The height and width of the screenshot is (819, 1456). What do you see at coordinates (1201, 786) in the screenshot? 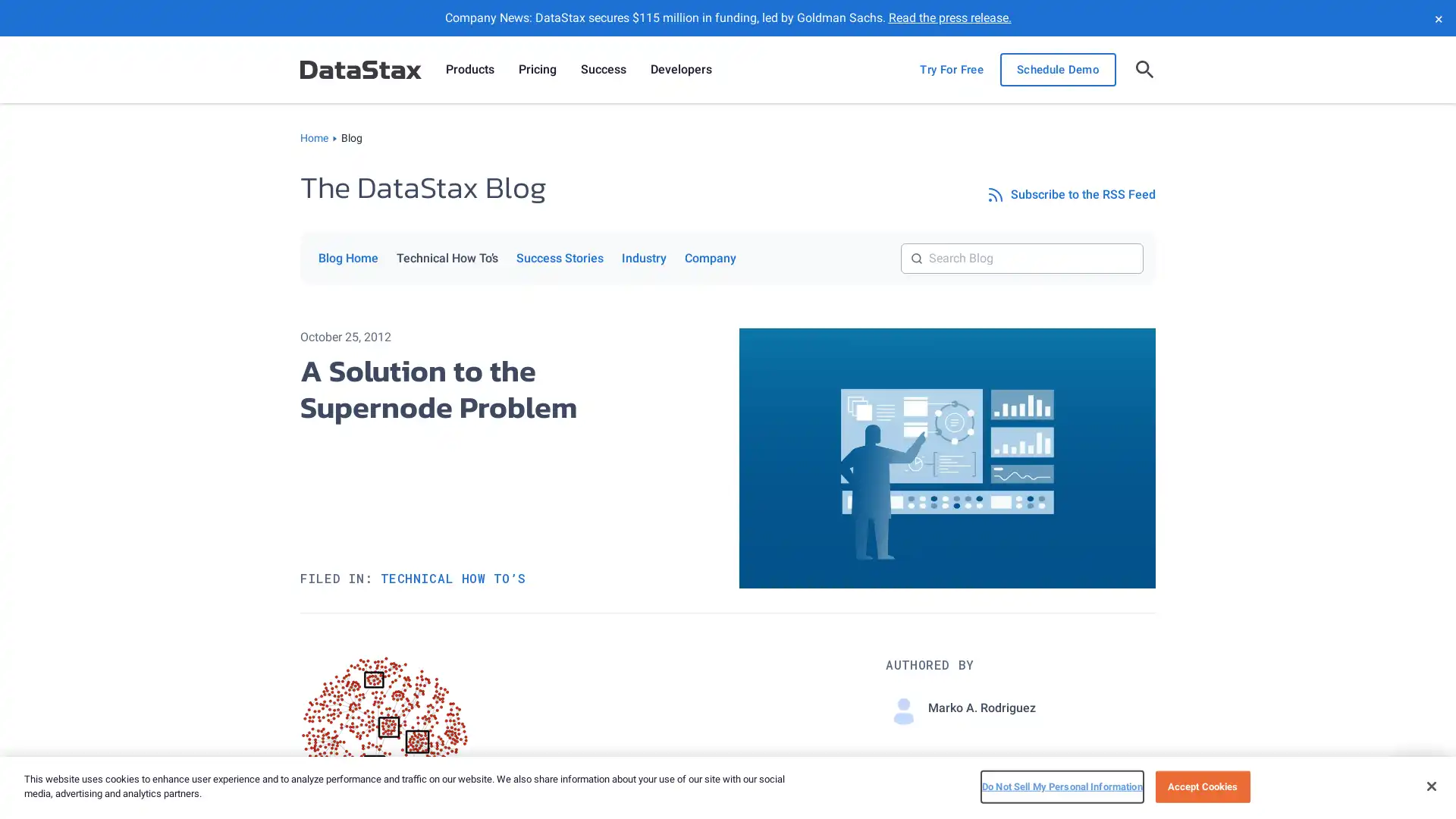
I see `Accept Cookies` at bounding box center [1201, 786].